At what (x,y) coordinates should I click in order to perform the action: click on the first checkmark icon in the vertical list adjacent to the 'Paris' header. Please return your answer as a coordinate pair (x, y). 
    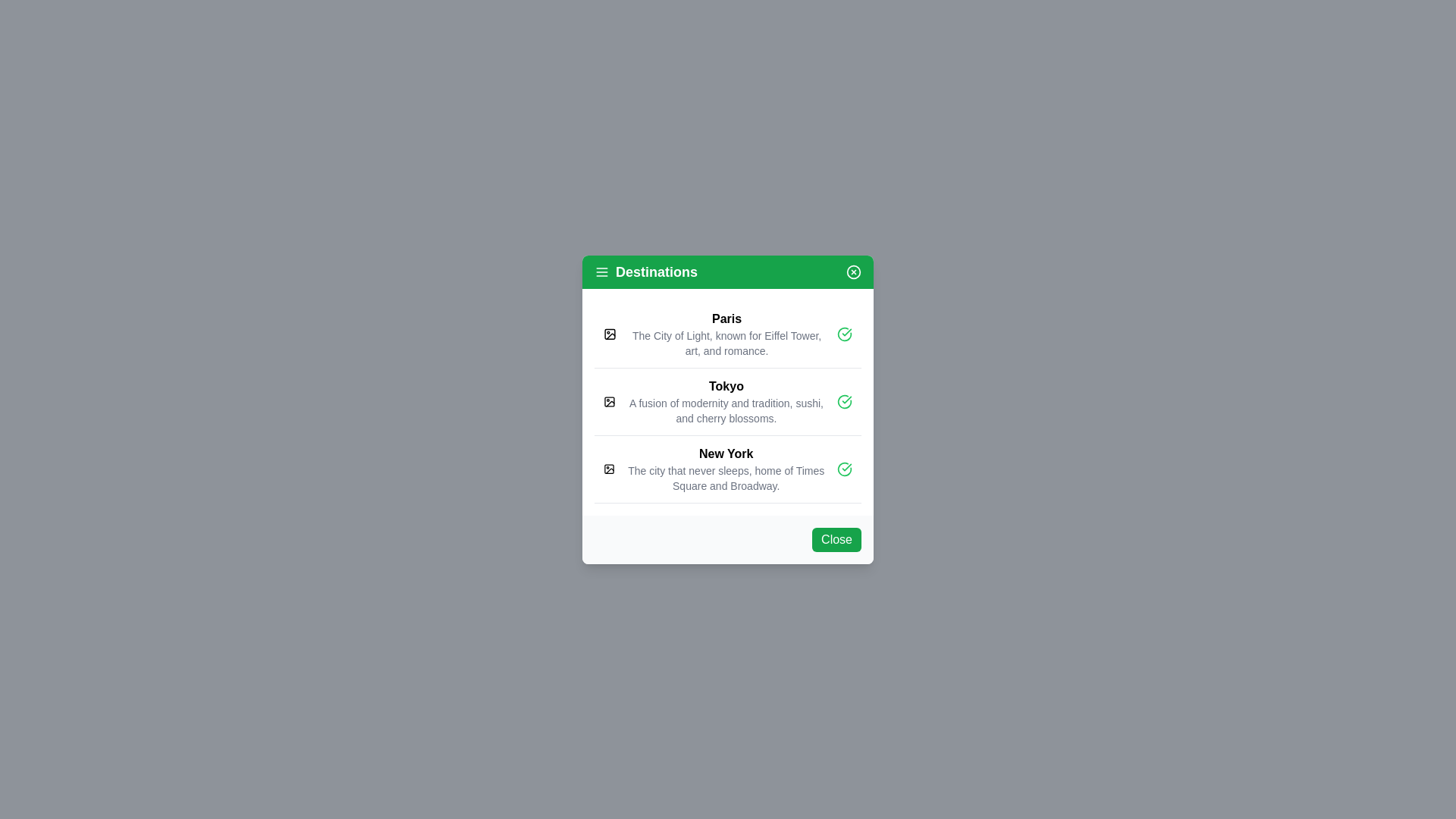
    Looking at the image, I should click on (843, 332).